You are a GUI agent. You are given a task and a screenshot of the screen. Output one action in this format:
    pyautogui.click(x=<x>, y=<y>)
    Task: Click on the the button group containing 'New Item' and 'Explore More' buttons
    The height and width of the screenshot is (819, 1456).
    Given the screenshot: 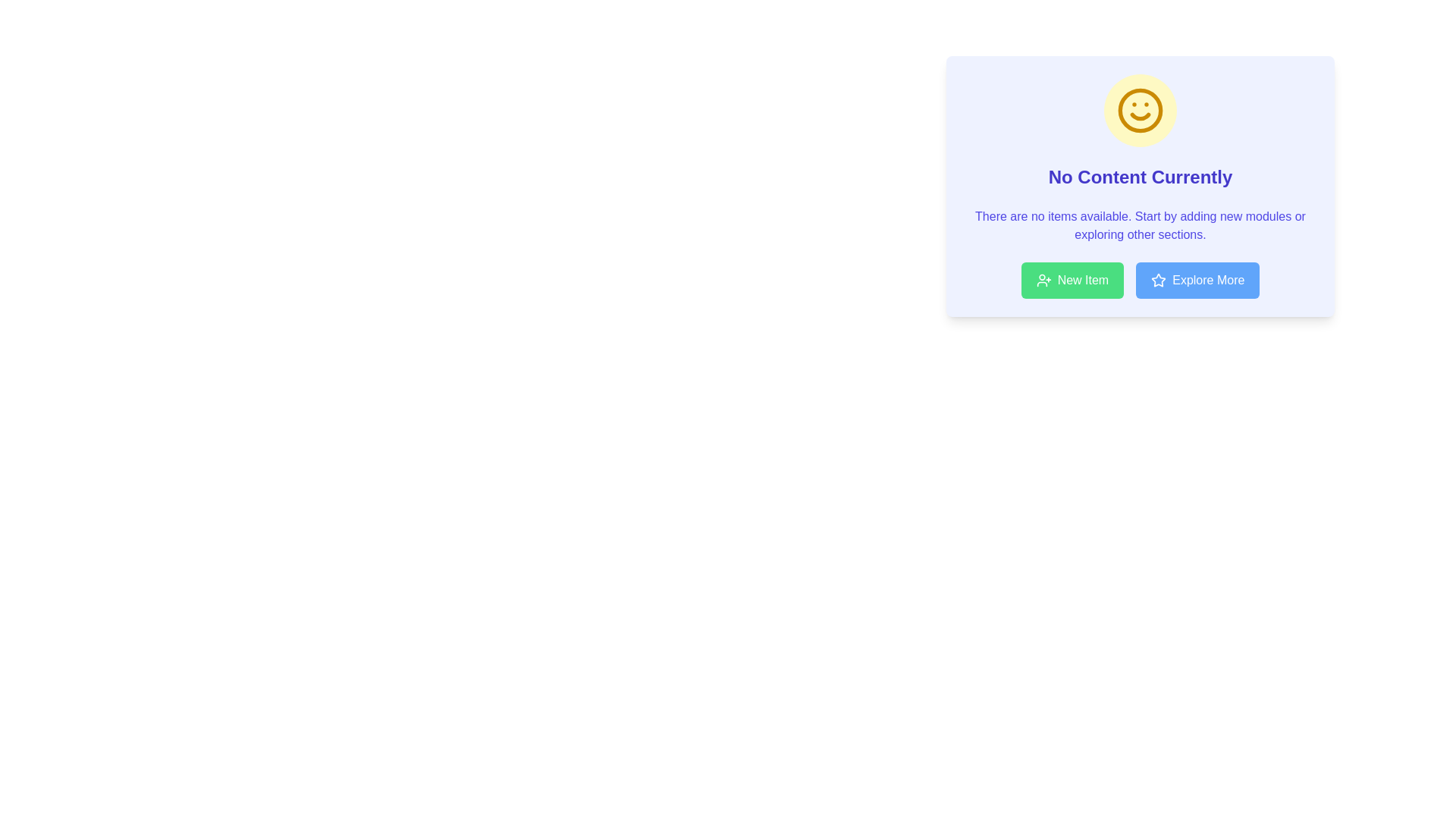 What is the action you would take?
    pyautogui.click(x=1140, y=281)
    